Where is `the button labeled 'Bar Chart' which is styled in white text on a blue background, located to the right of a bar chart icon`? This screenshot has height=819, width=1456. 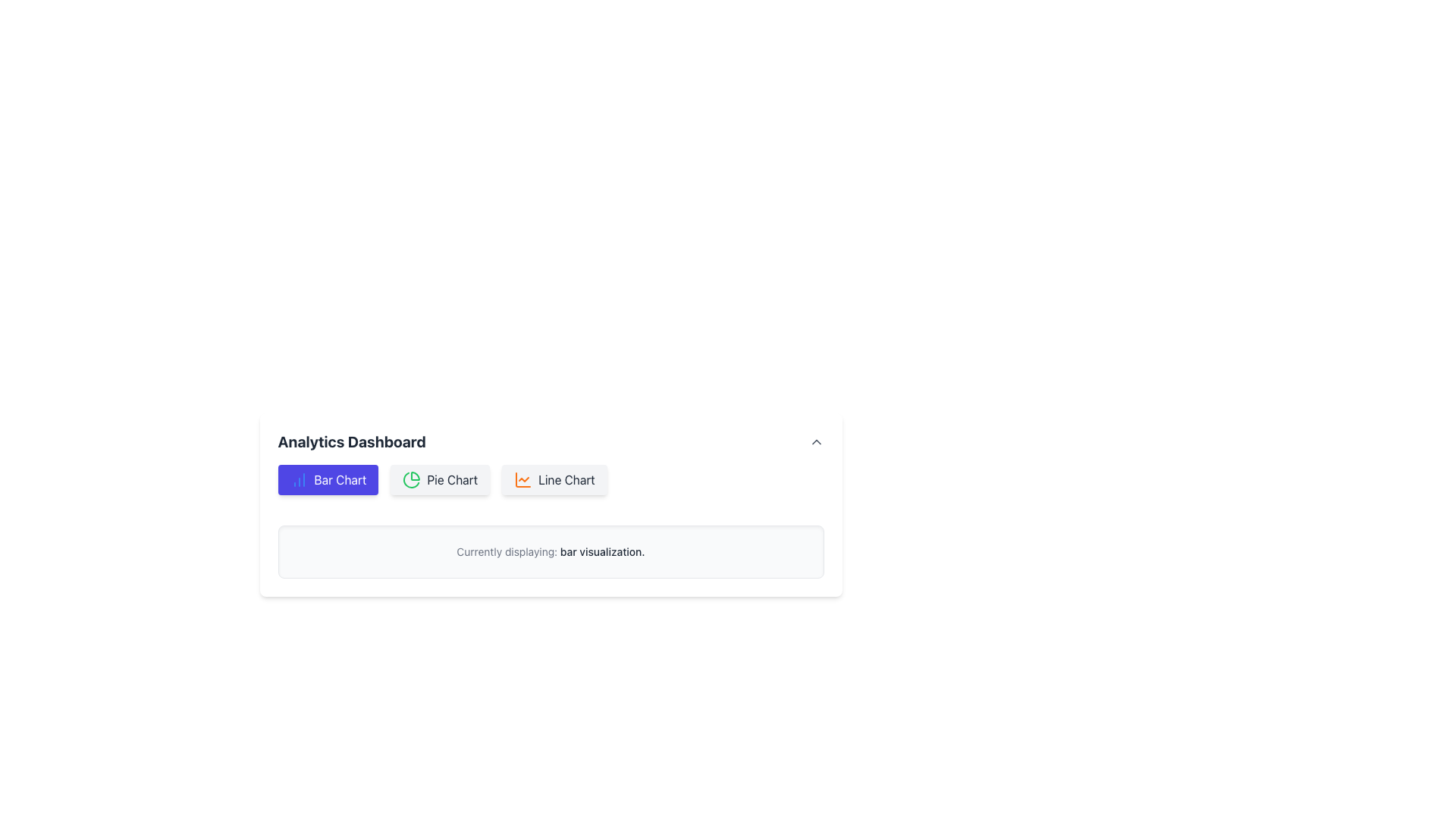 the button labeled 'Bar Chart' which is styled in white text on a blue background, located to the right of a bar chart icon is located at coordinates (339, 479).